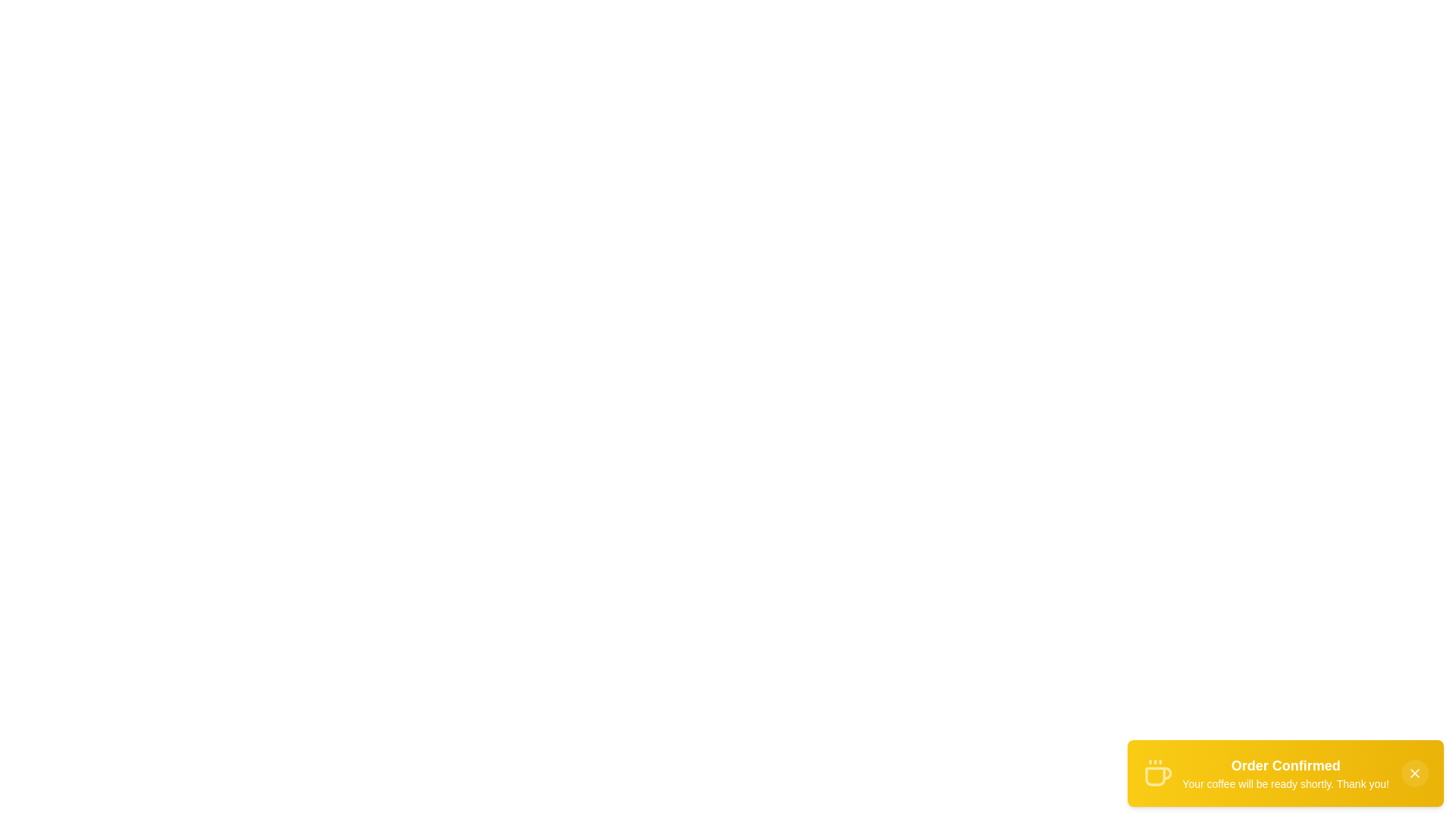 This screenshot has height=819, width=1456. What do you see at coordinates (1157, 773) in the screenshot?
I see `the animated coffee icon to observe its animation` at bounding box center [1157, 773].